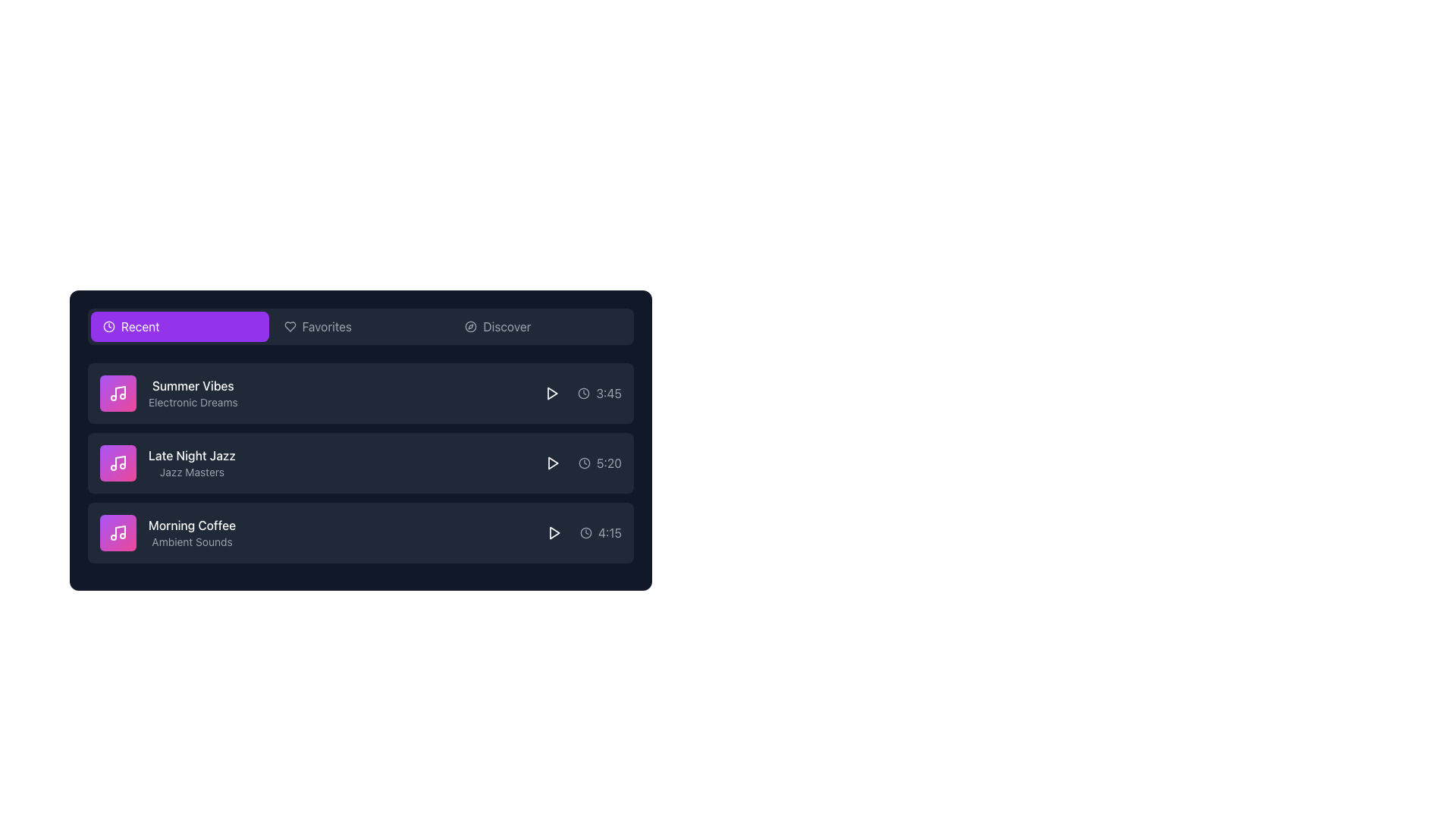 This screenshot has height=819, width=1456. I want to click on the music icon associated with the 'Summer Vibes' list item, located in the first row under the 'Recent' tab, so click(118, 393).